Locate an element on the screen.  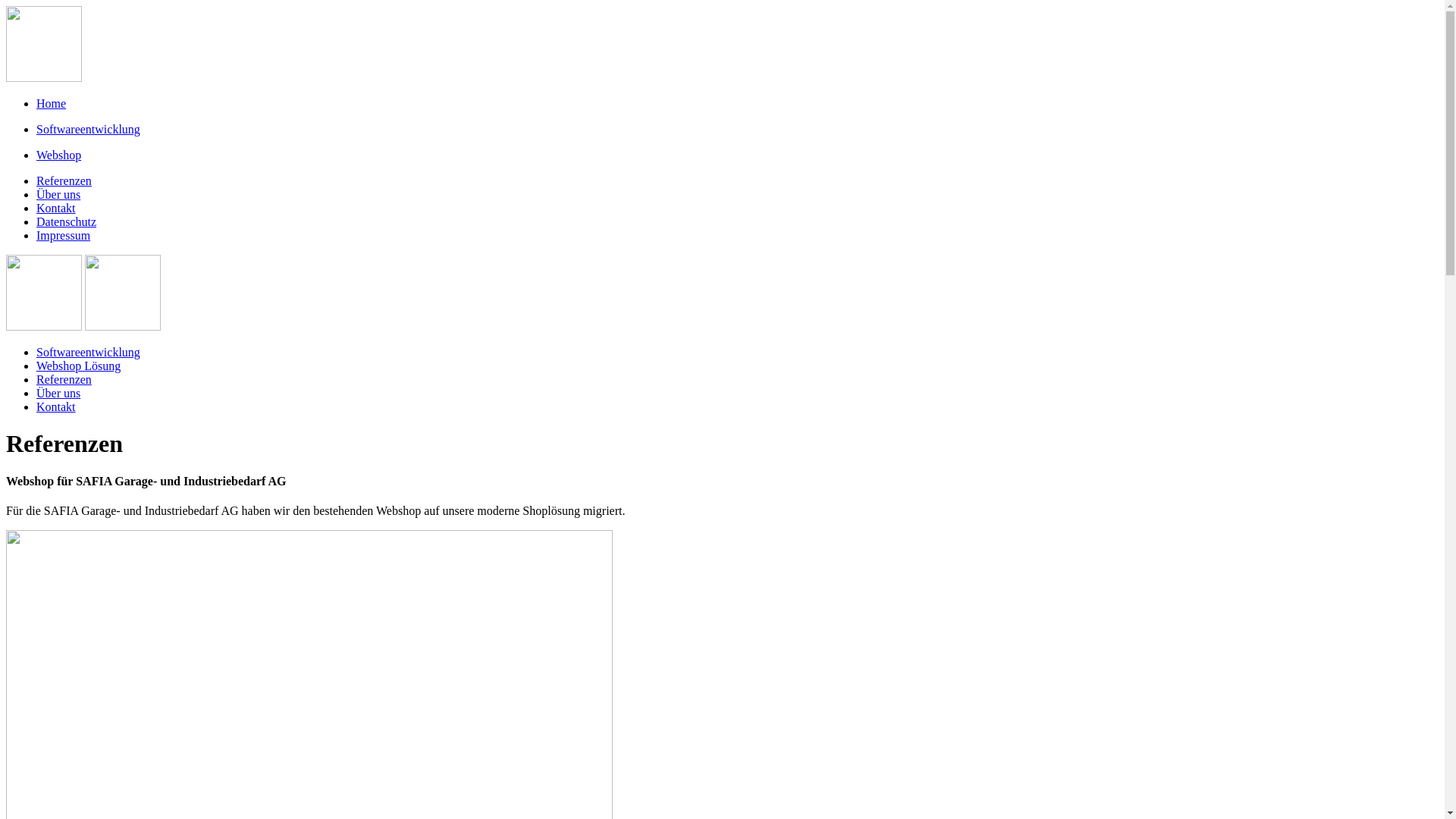
'Referenzen' is located at coordinates (63, 378).